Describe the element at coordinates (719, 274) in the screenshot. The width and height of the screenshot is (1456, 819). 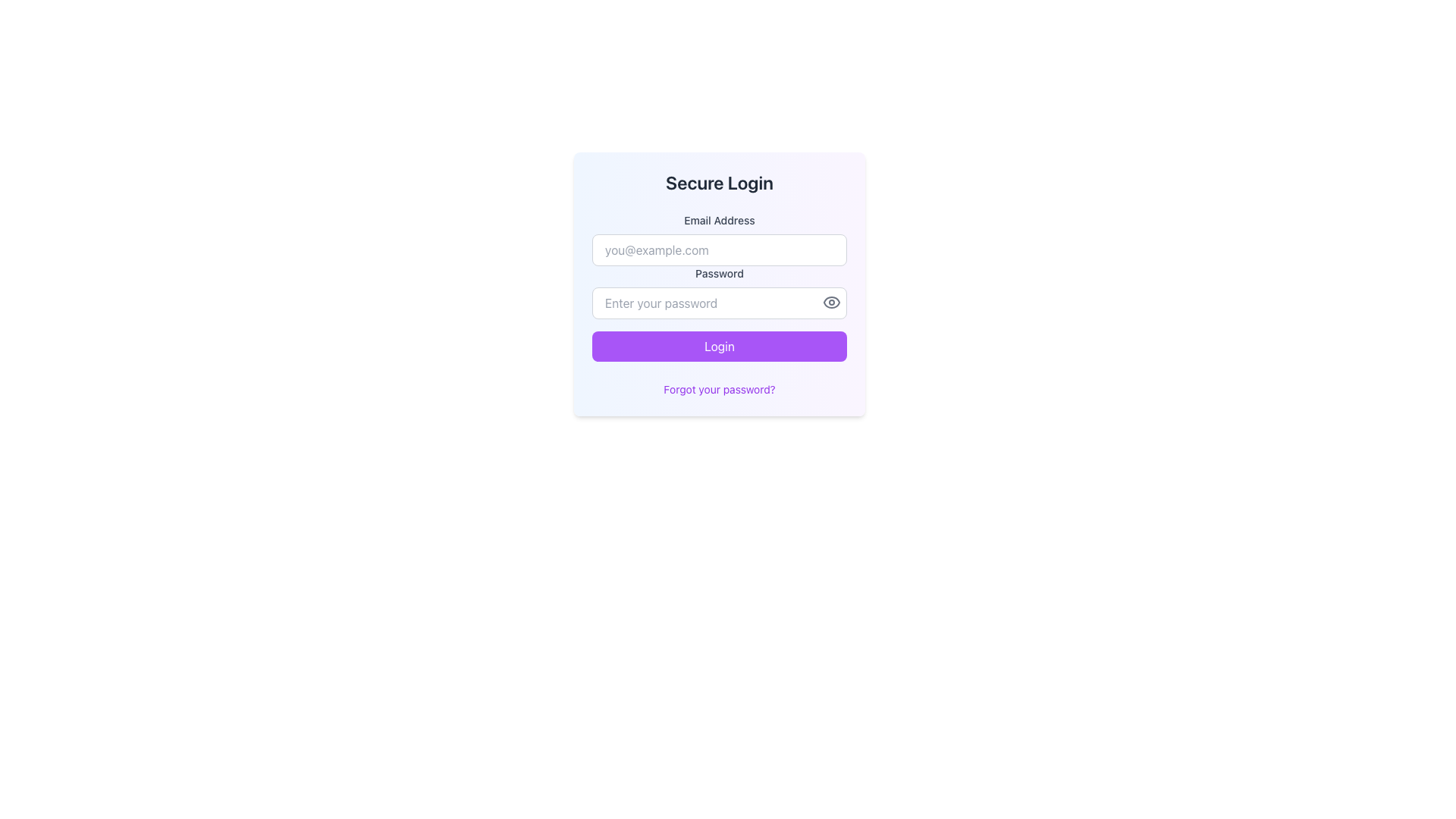
I see `the 'Password' label displayed in a small, grayish font style, which is positioned above the password input field in the login form interface` at that location.